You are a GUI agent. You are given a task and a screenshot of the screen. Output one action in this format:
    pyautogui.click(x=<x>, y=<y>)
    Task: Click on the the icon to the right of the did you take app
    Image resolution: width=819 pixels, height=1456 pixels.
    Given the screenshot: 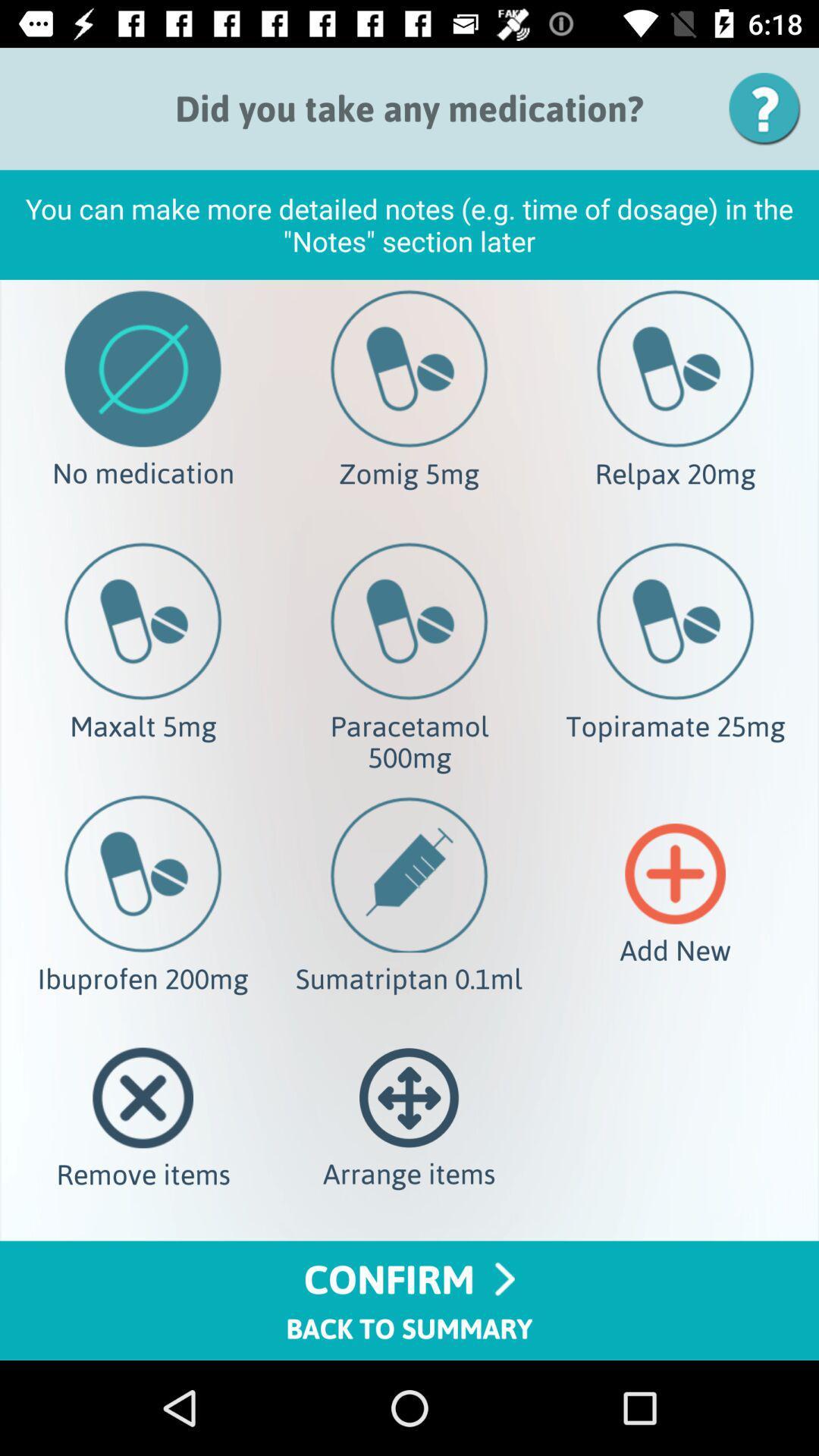 What is the action you would take?
    pyautogui.click(x=770, y=108)
    